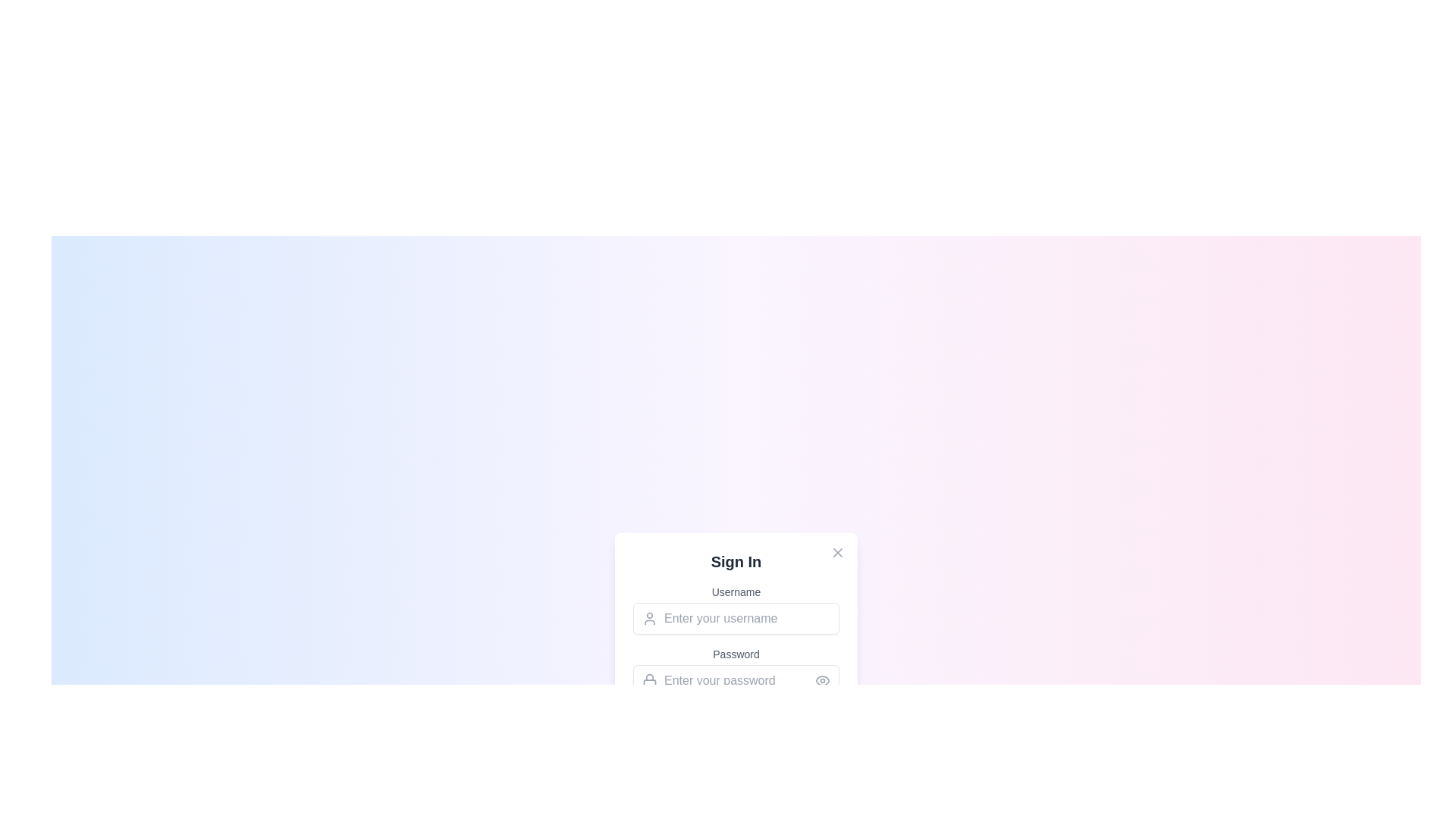 The width and height of the screenshot is (1456, 819). What do you see at coordinates (736, 591) in the screenshot?
I see `the label for the username input field in the 'Sign In' modal, which is centrally positioned above the username text box` at bounding box center [736, 591].